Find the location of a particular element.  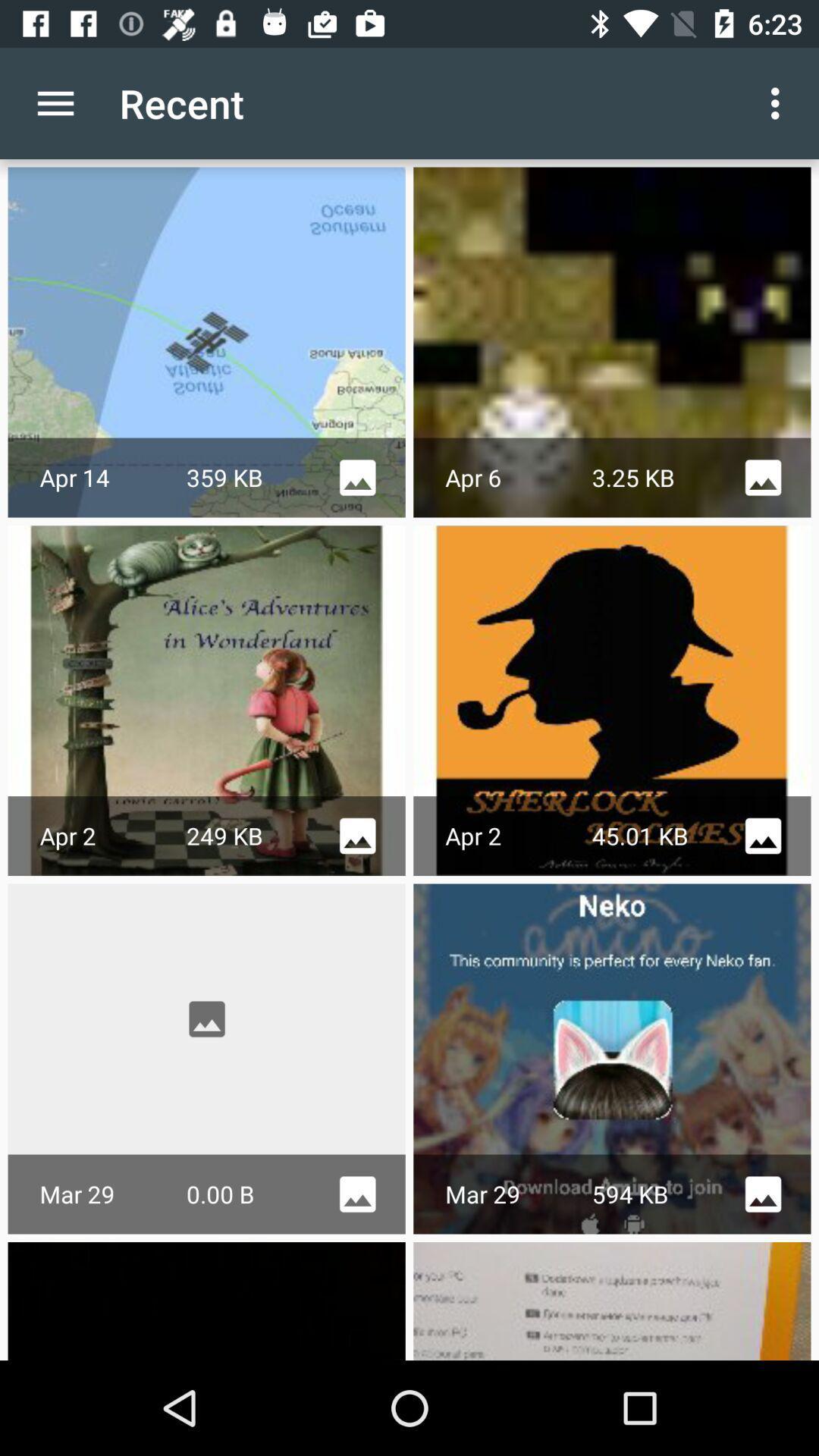

item to the right of recent icon is located at coordinates (779, 102).